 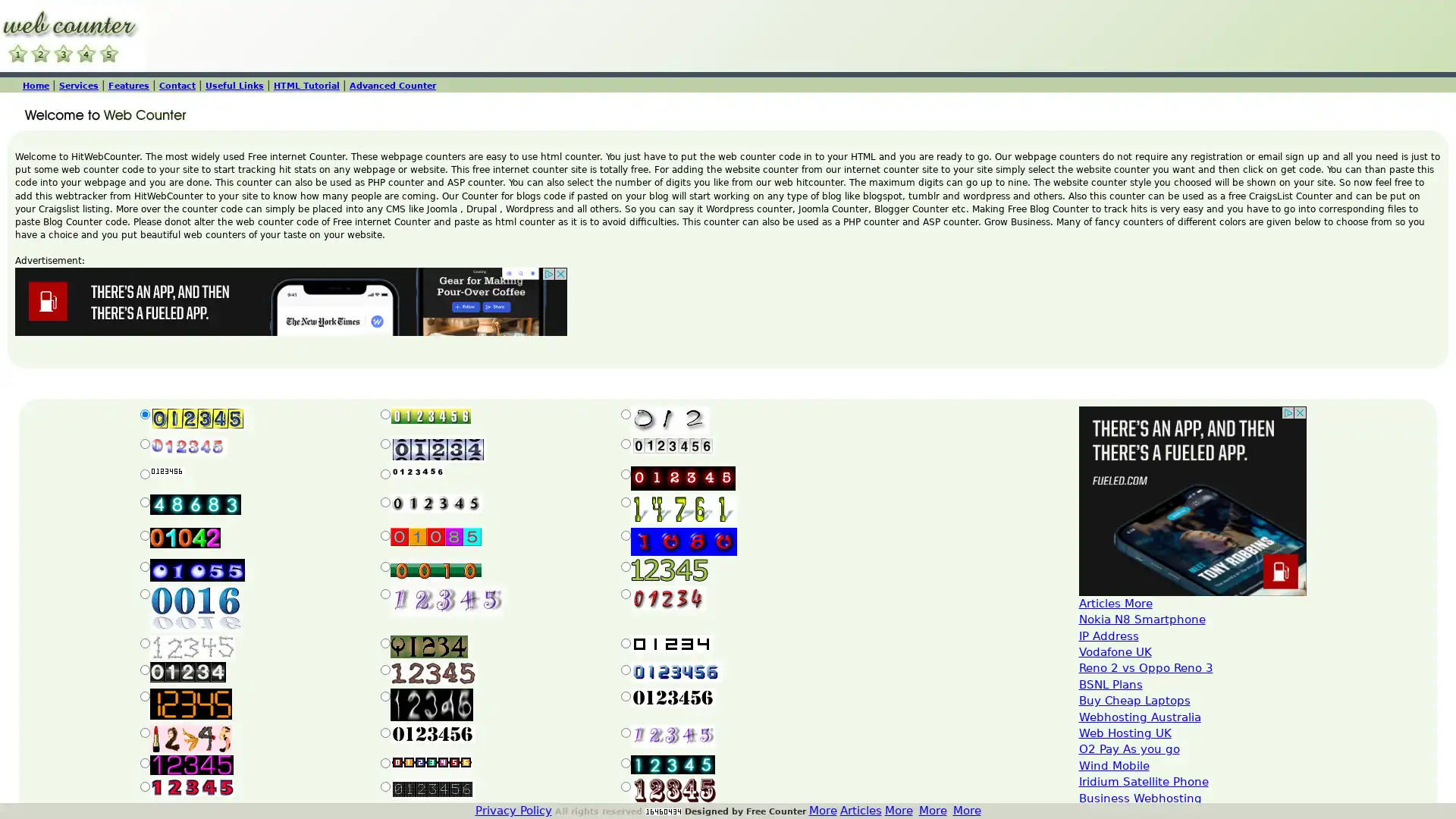 I want to click on Submit, so click(x=672, y=698).